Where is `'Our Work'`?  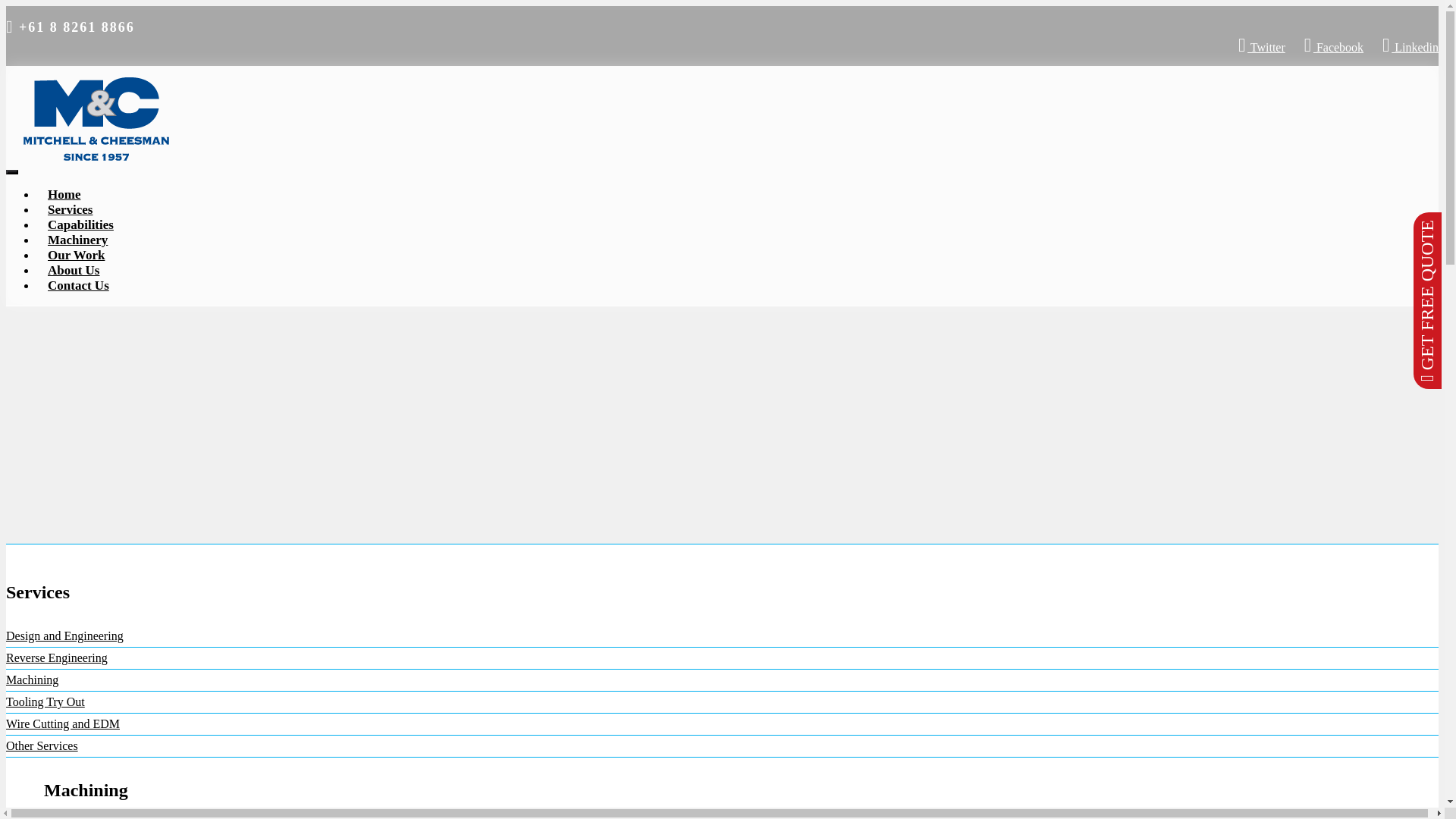 'Our Work' is located at coordinates (75, 254).